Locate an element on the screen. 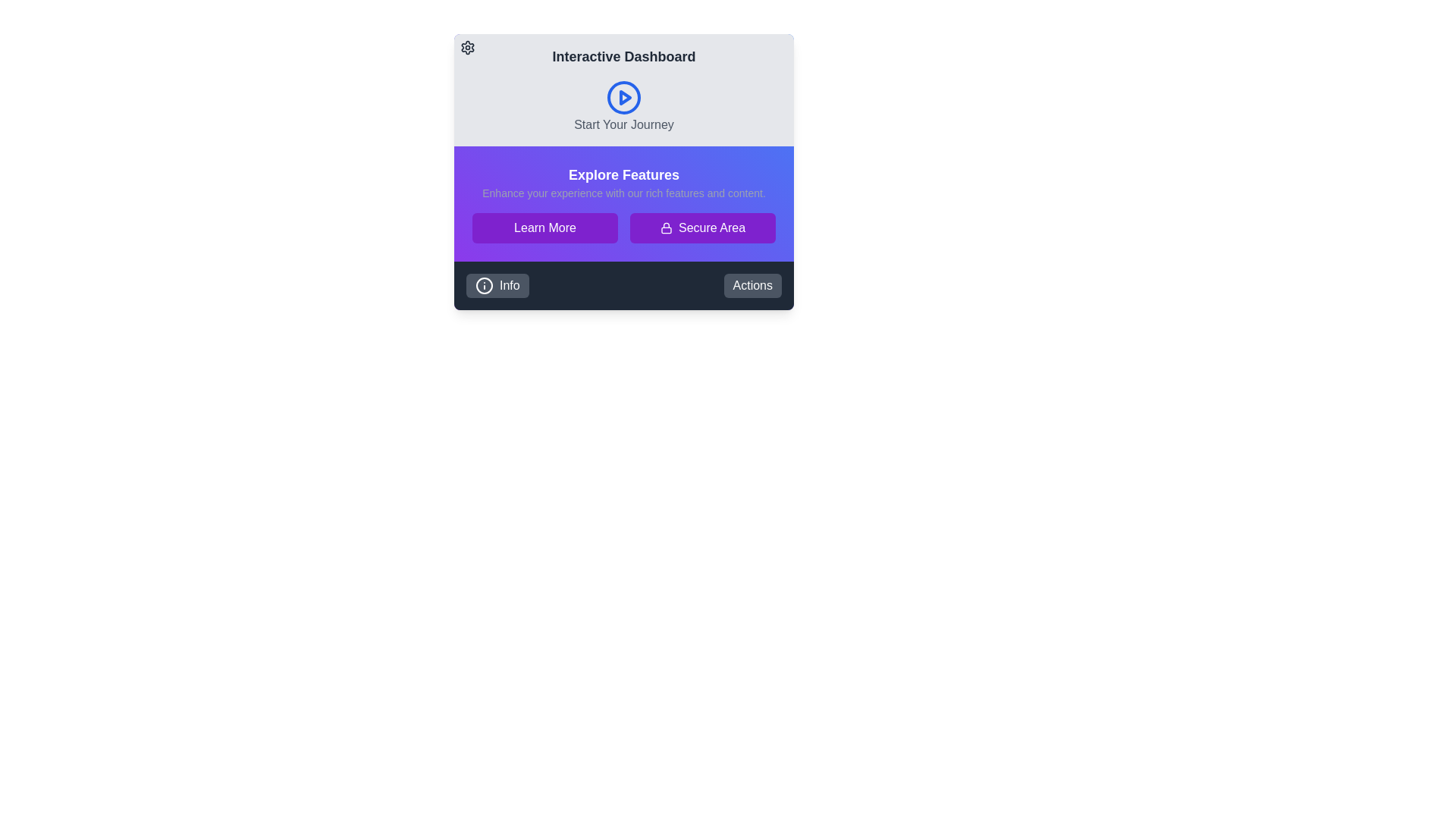  the modern lock icon located within the 'Secure Area' button, which has a purple background and is positioned at the bottom center of the interface, just to the left of the button's text is located at coordinates (666, 227).